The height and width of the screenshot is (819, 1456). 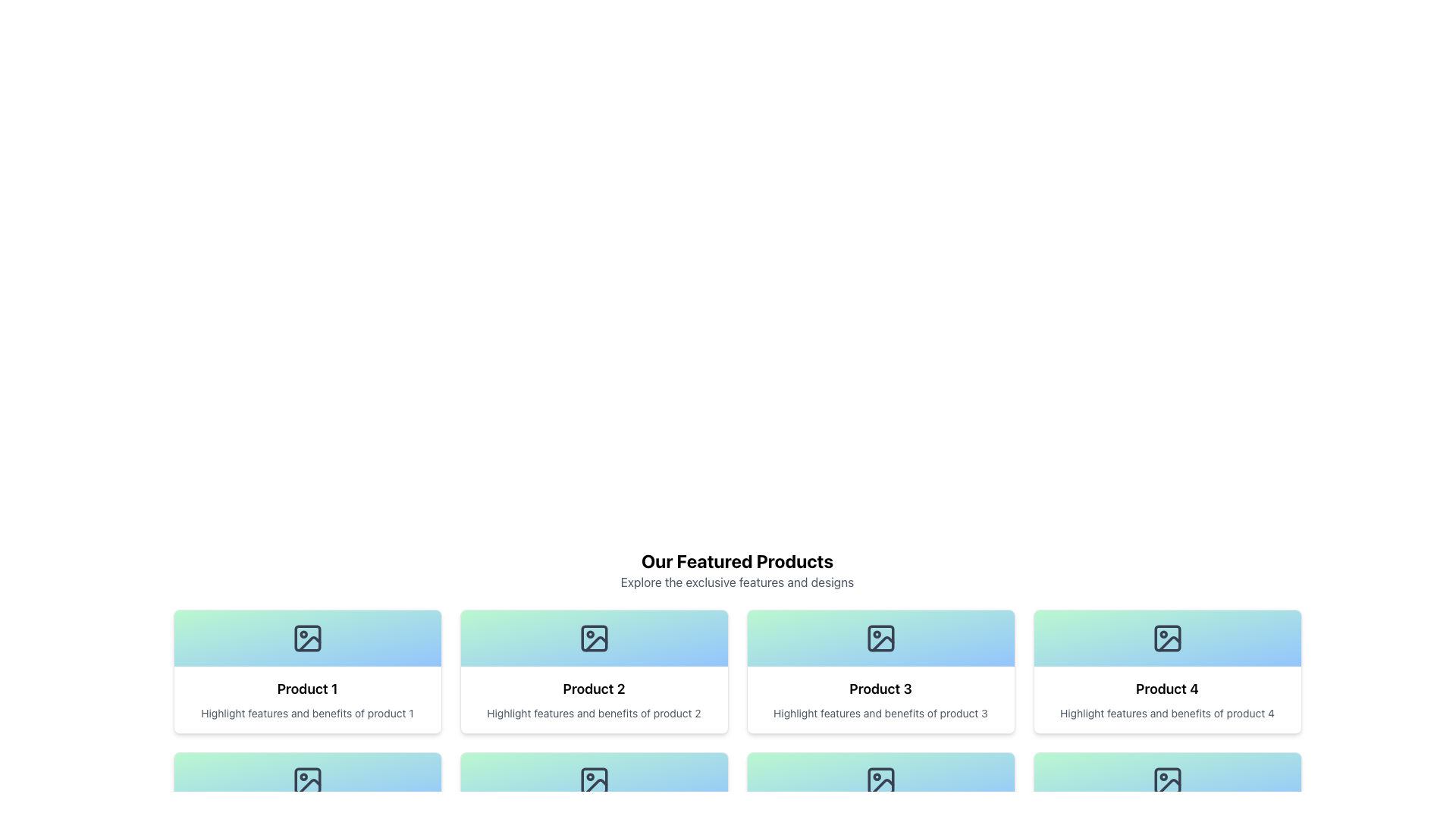 I want to click on the text label that says 'Highlight features and benefits of product 1', which is styled with gray, small-sized text and positioned directly below the 'Product 1' heading in the first product card, so click(x=306, y=714).